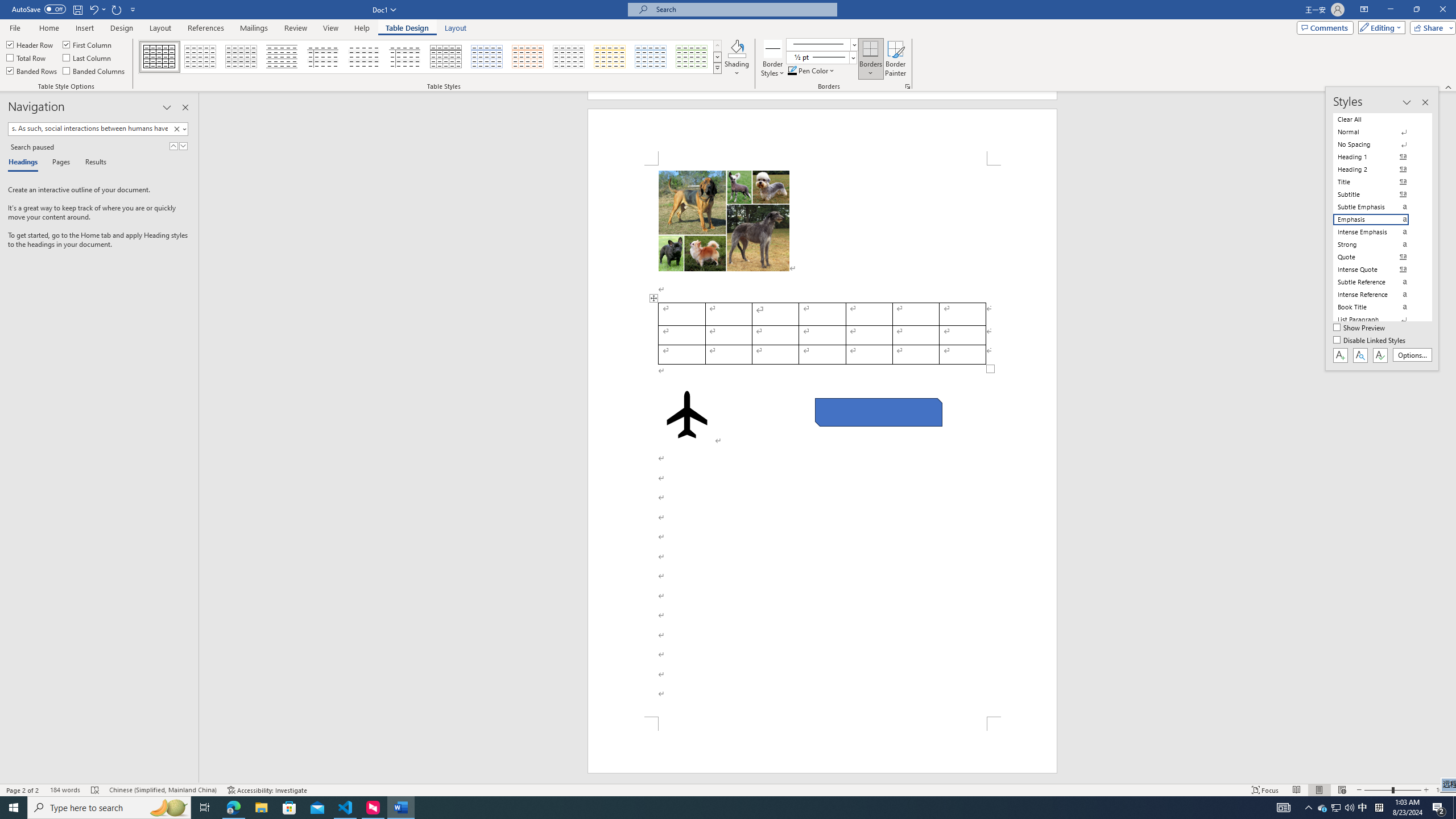 The height and width of the screenshot is (819, 1456). I want to click on 'Border Styles', so click(772, 59).